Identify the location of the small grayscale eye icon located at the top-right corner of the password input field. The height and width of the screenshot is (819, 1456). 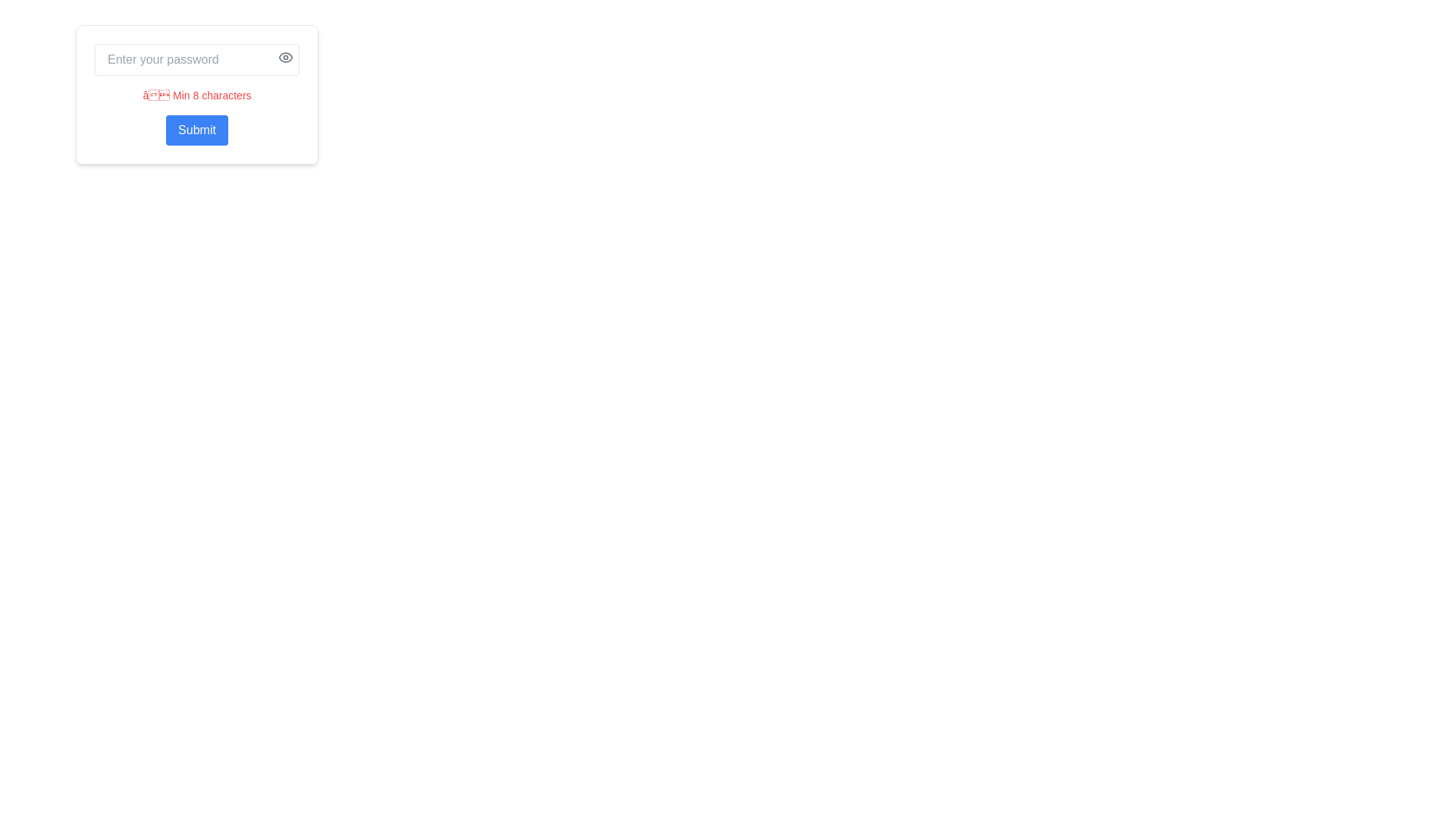
(286, 57).